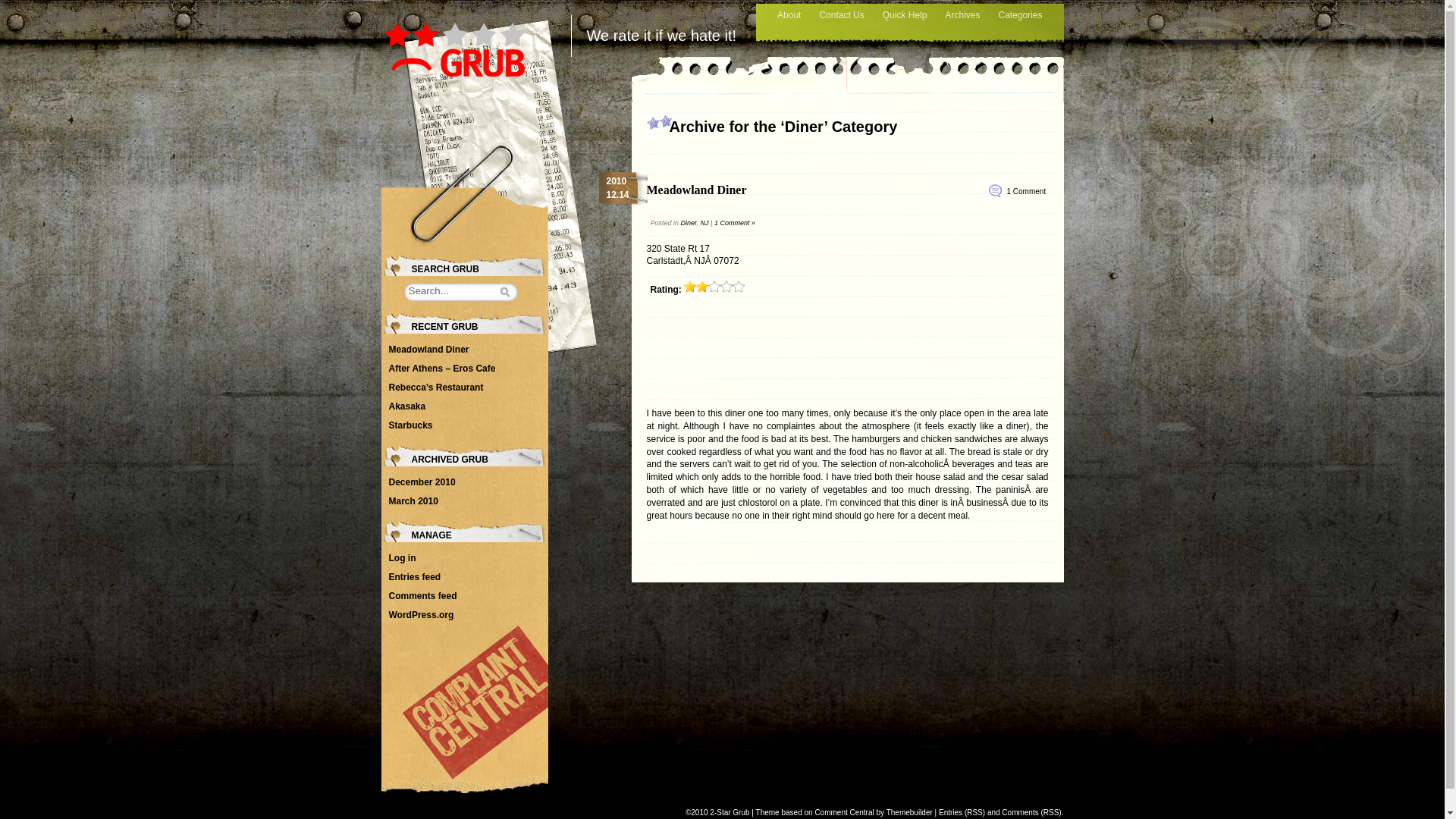 This screenshot has height=819, width=1456. I want to click on 'December 2010', so click(422, 482).